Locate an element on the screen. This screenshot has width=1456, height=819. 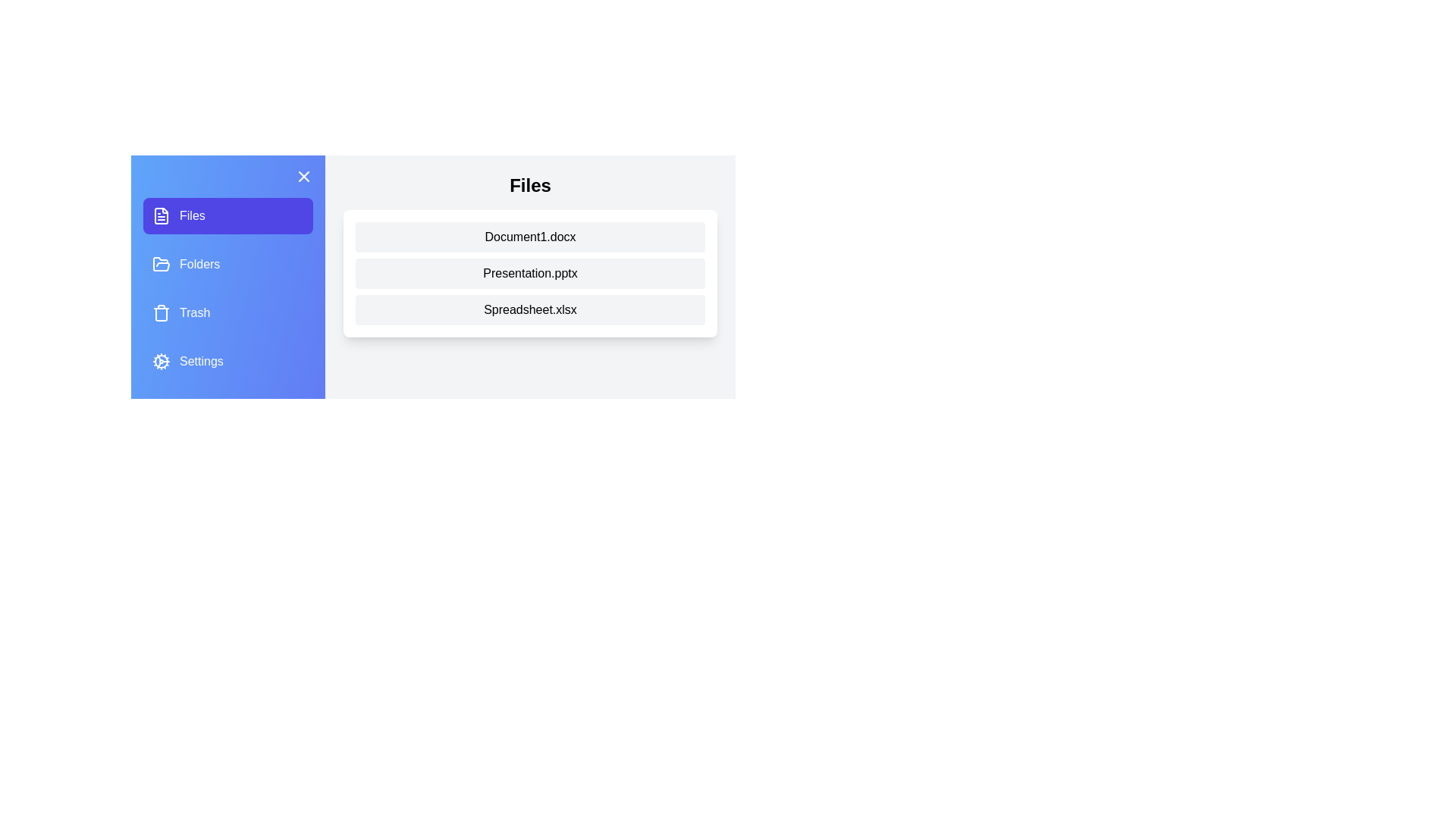
the toggle button to open or close the drawer is located at coordinates (303, 175).